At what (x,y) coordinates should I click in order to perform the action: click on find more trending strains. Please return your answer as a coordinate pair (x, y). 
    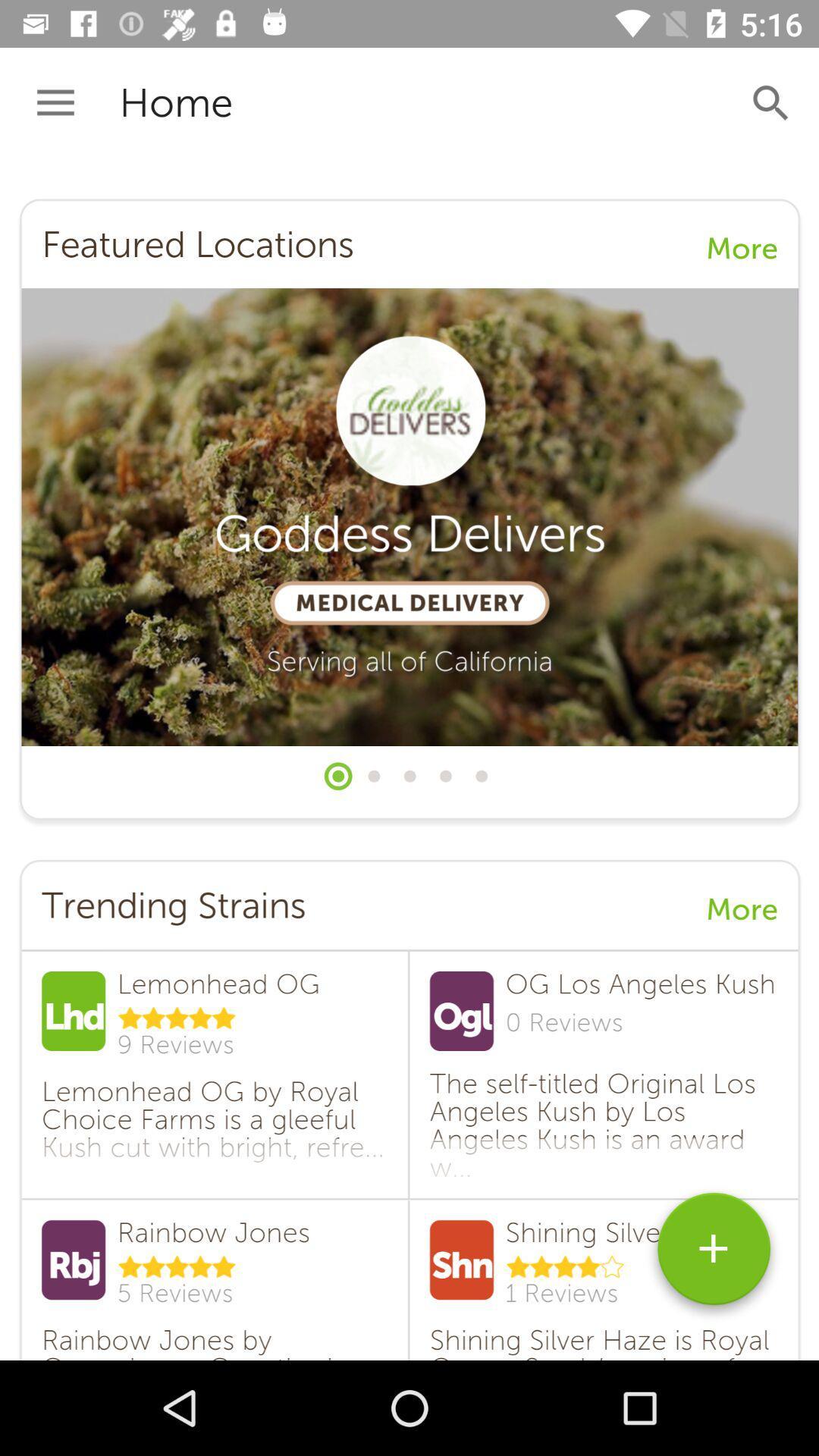
    Looking at the image, I should click on (714, 1254).